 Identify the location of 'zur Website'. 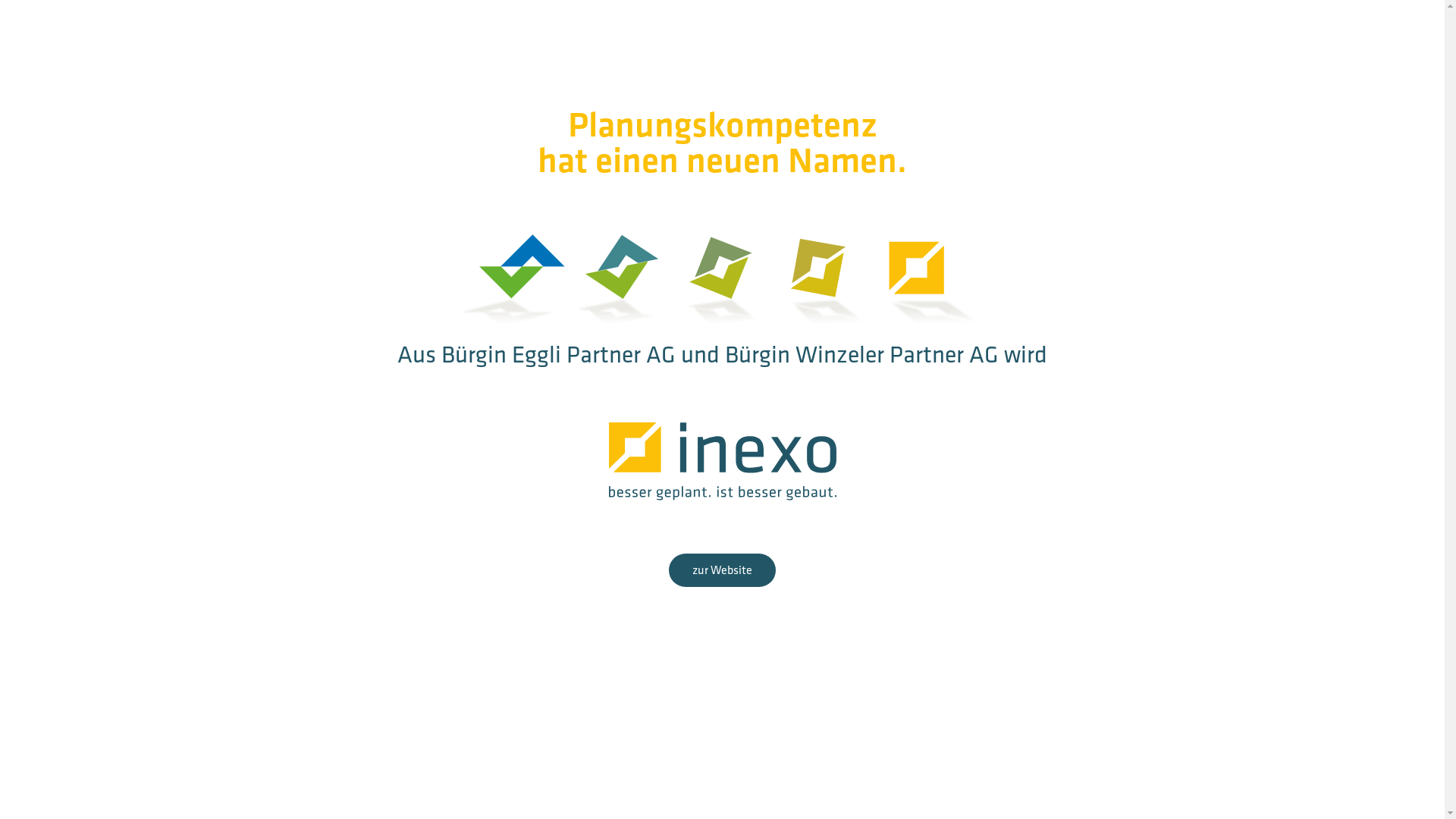
(668, 570).